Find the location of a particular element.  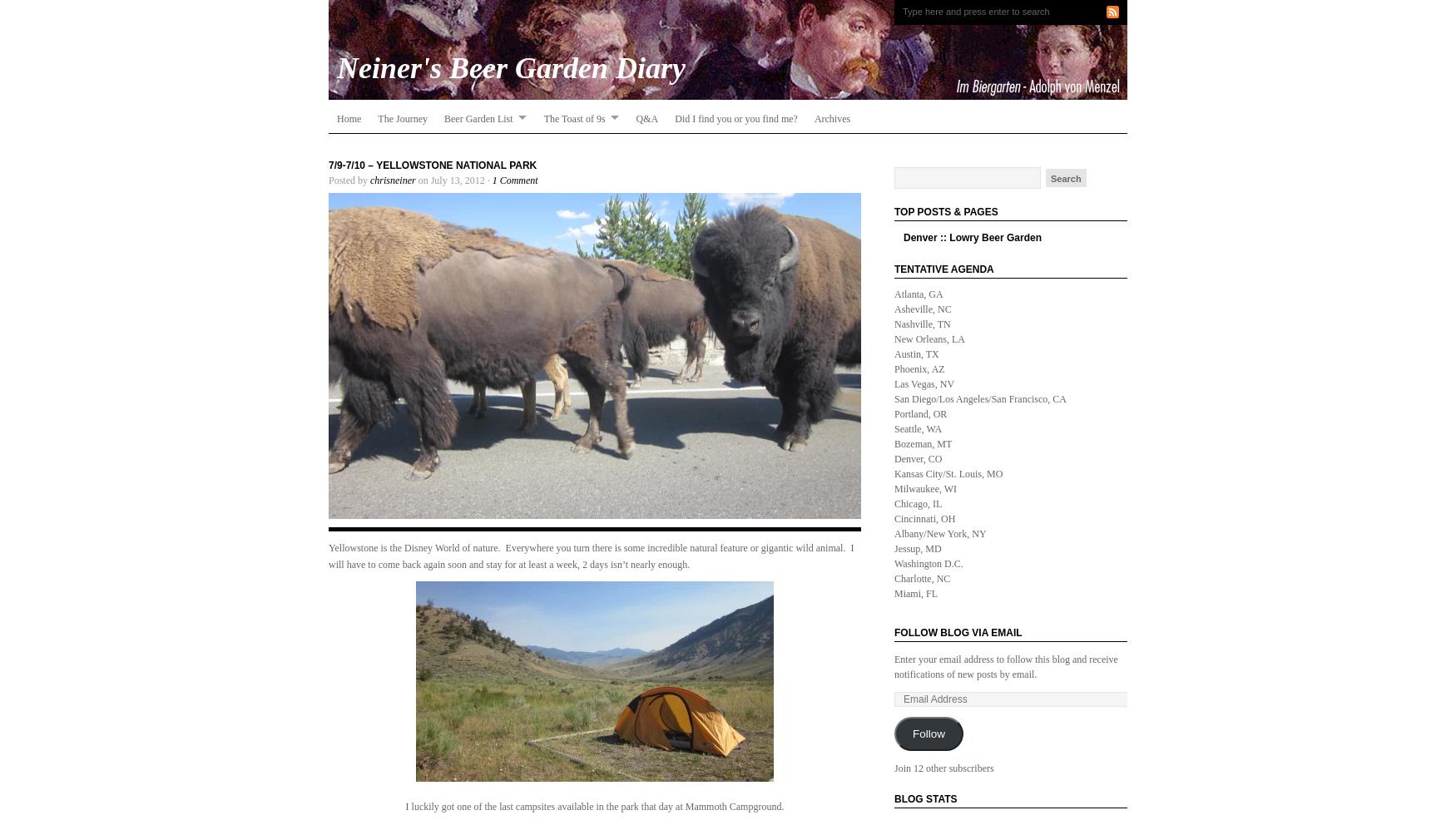

'New Orleans, LA' is located at coordinates (929, 338).